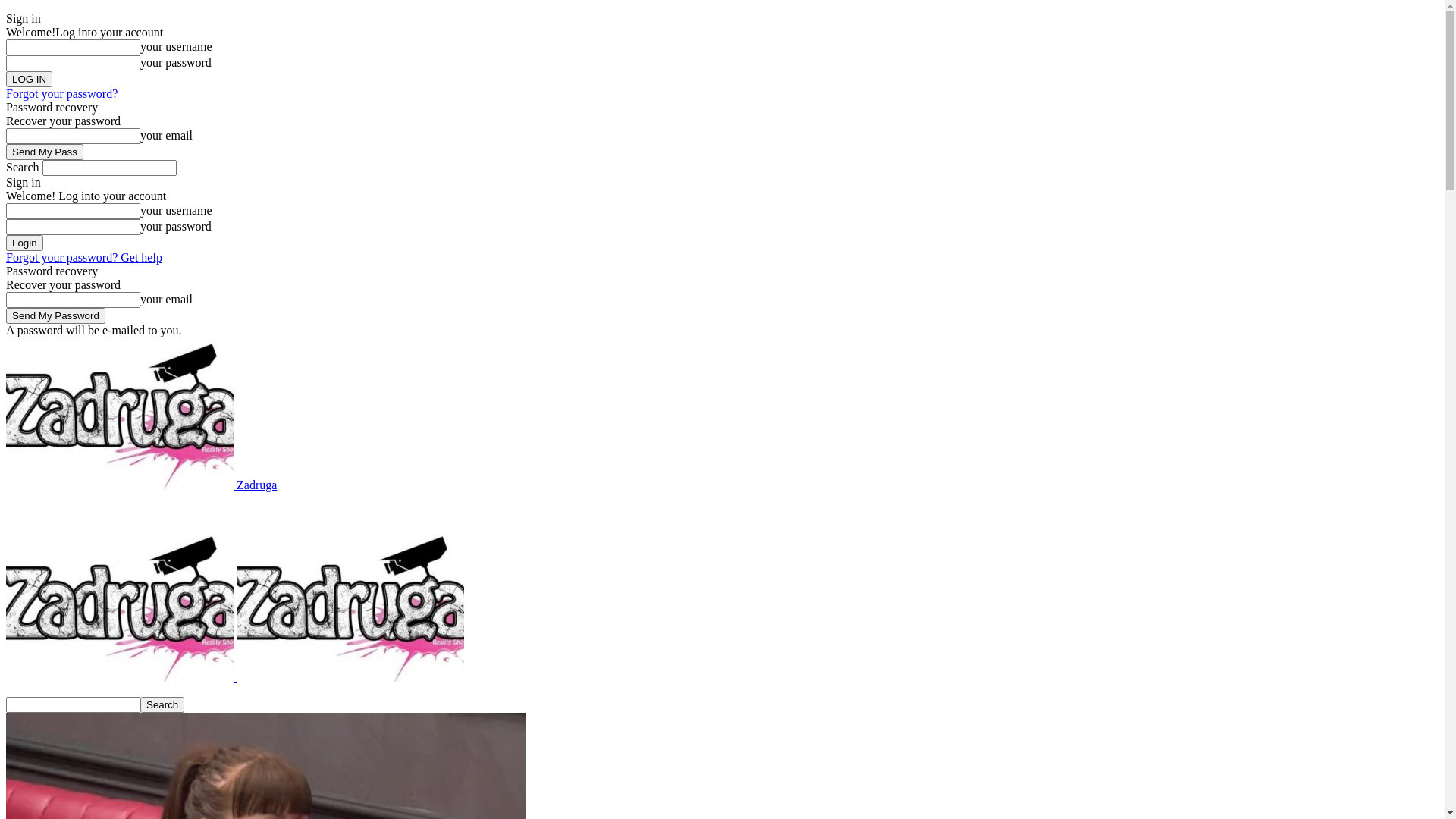  I want to click on 'Forgot your password? Get help', so click(83, 256).